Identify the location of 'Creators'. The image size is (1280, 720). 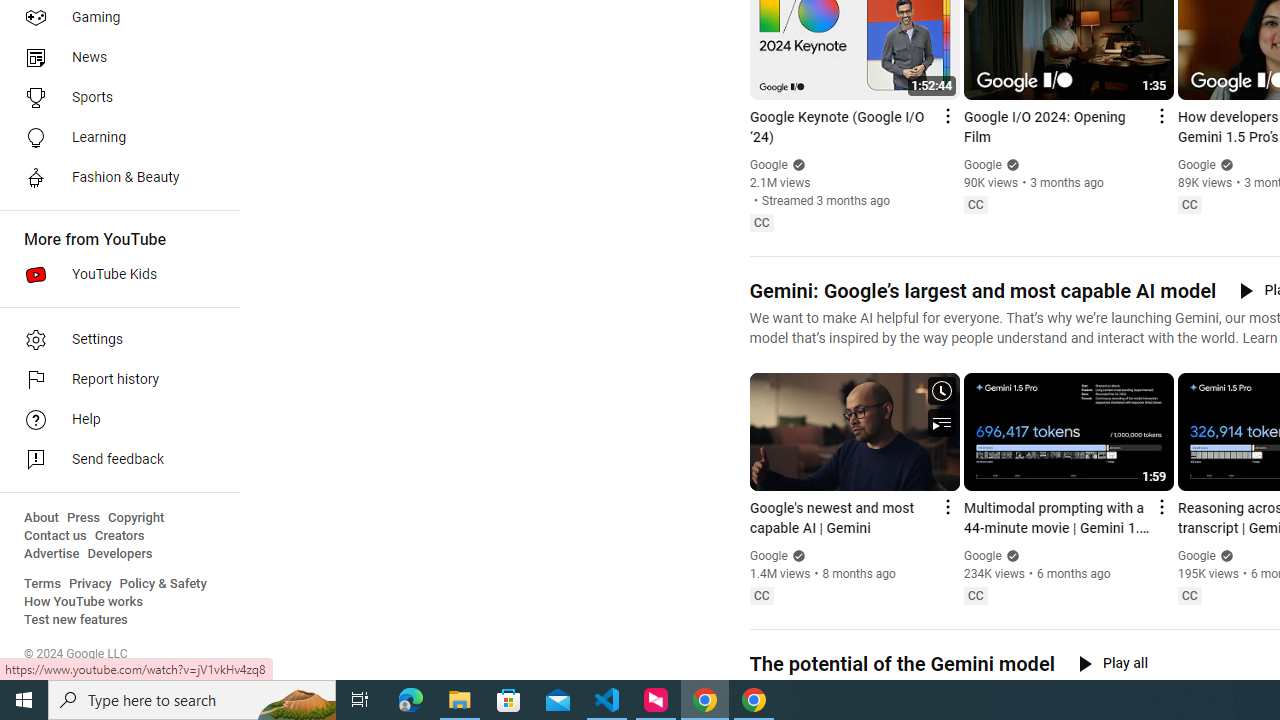
(118, 535).